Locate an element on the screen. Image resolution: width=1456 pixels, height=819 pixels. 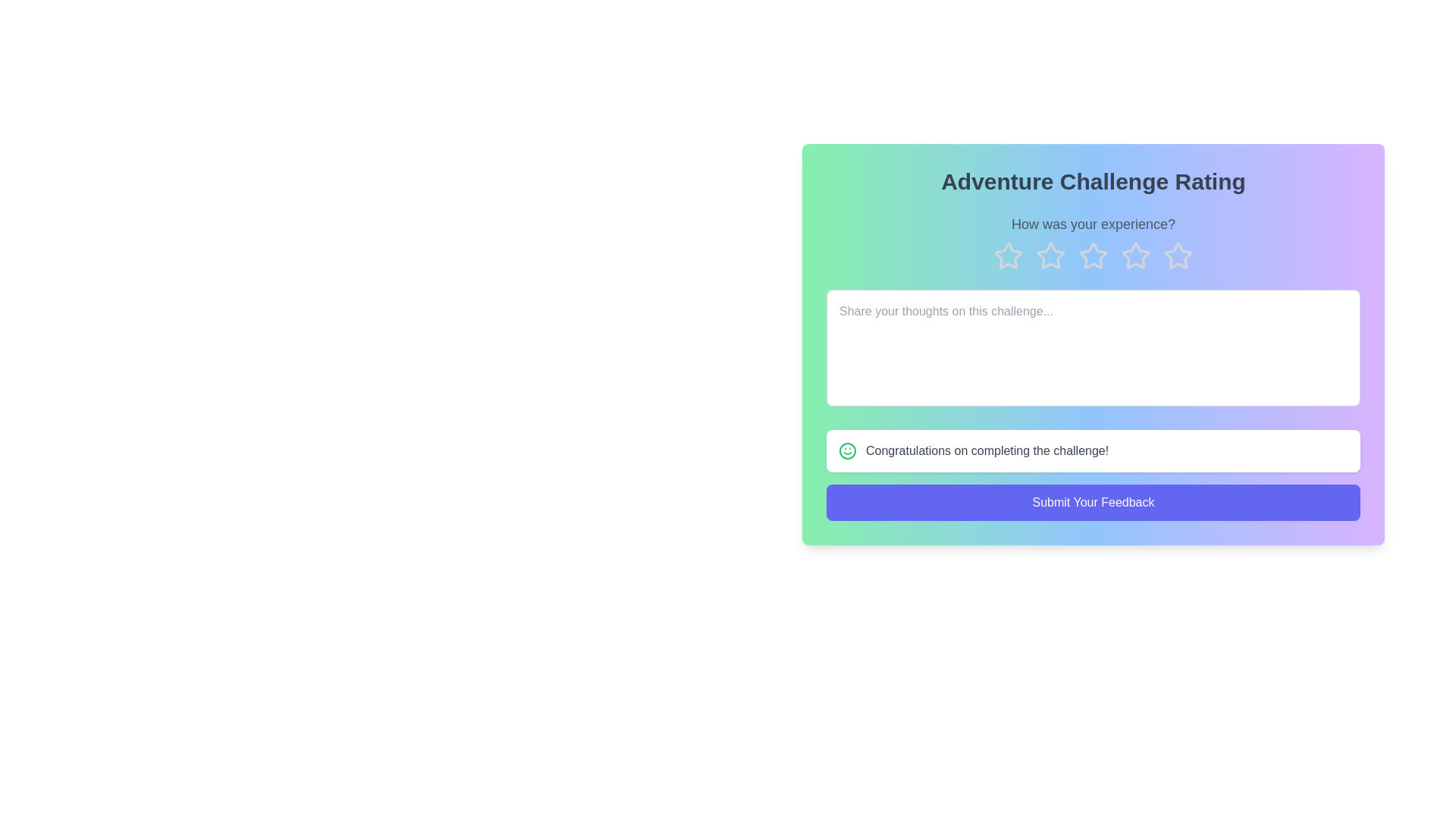
the first star icon button in the rating interface is located at coordinates (1008, 256).